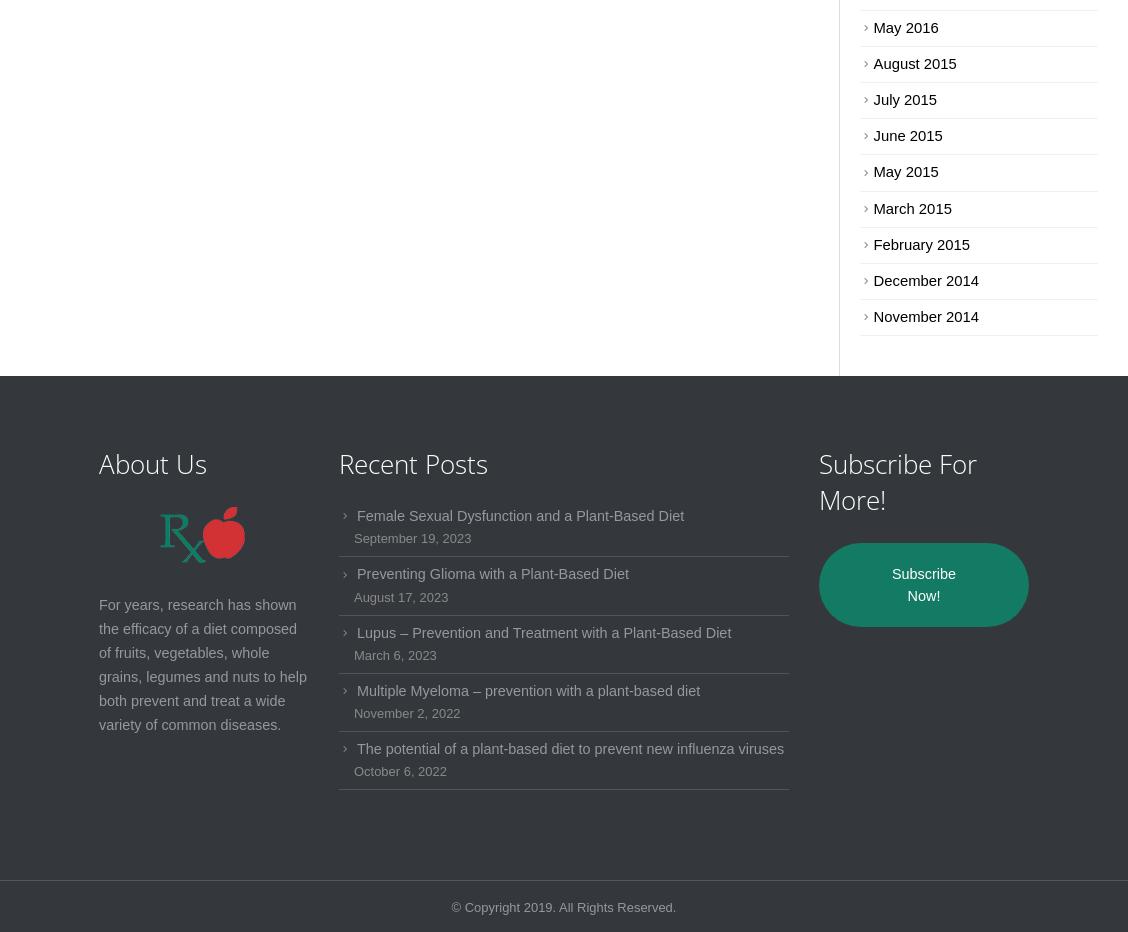 The image size is (1128, 932). What do you see at coordinates (913, 64) in the screenshot?
I see `'August 2015'` at bounding box center [913, 64].